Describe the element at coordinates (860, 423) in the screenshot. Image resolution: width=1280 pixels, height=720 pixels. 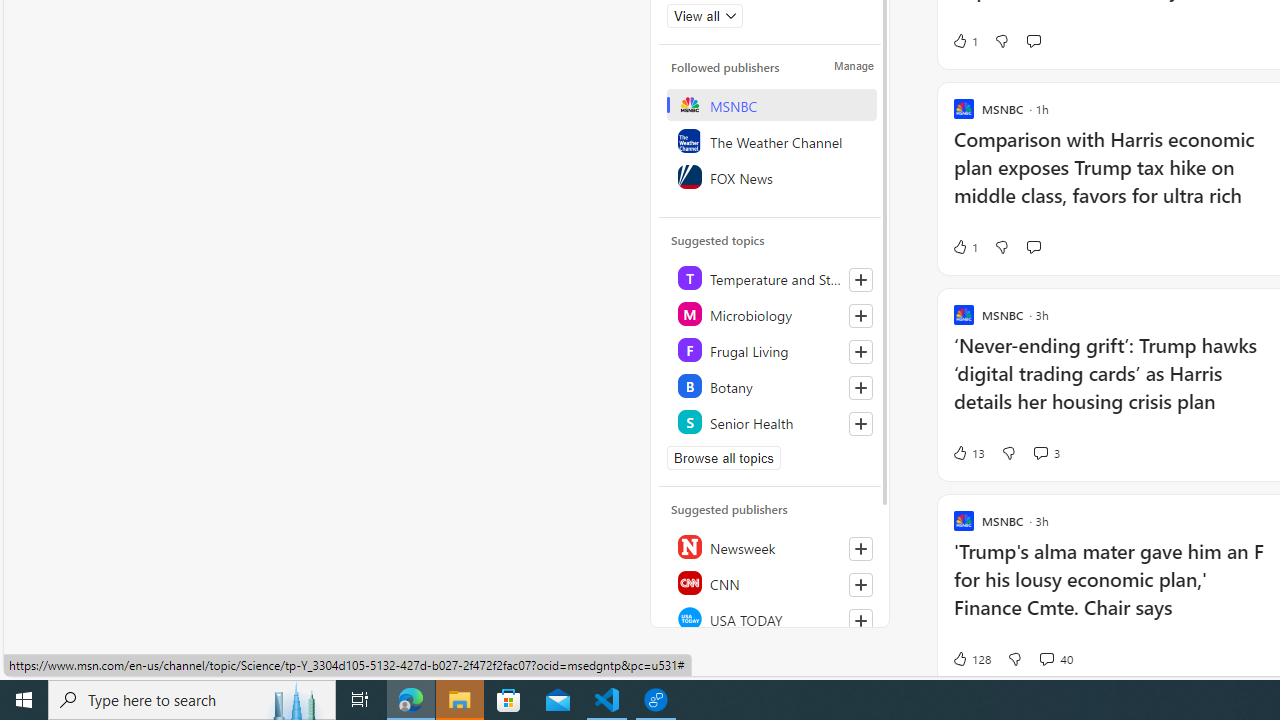
I see `'Follow this topic'` at that location.